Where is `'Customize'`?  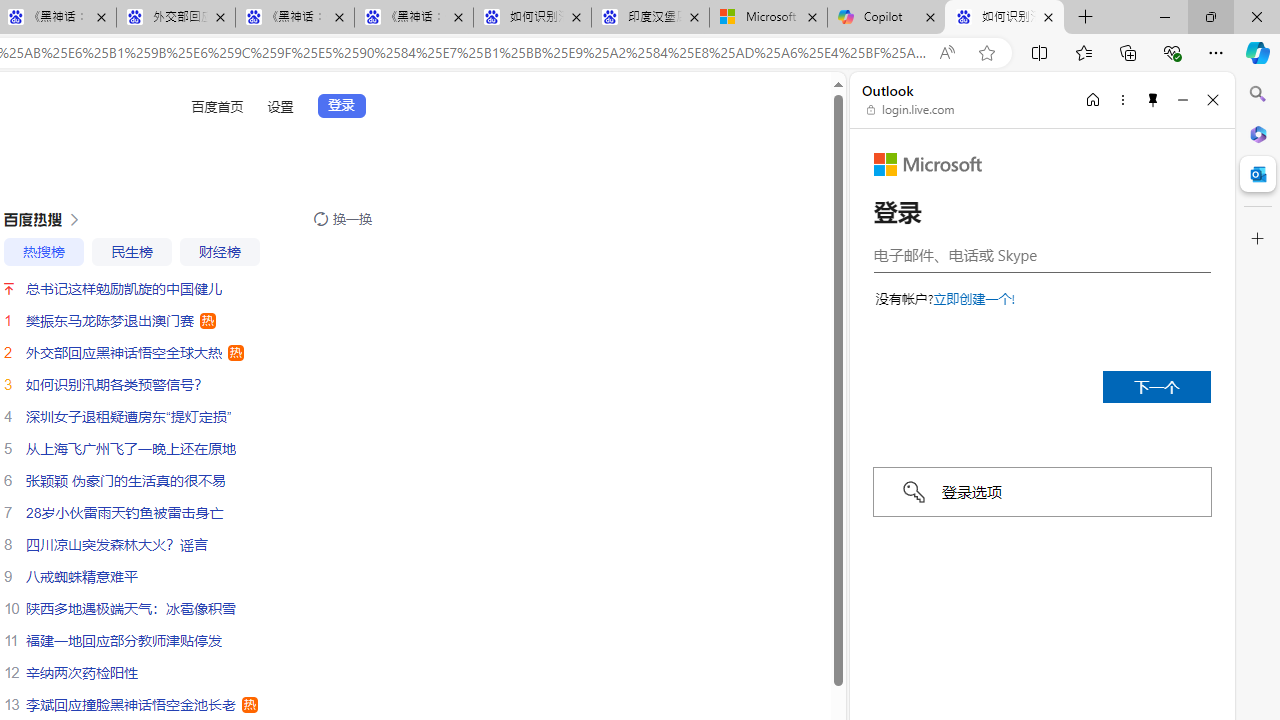 'Customize' is located at coordinates (1257, 238).